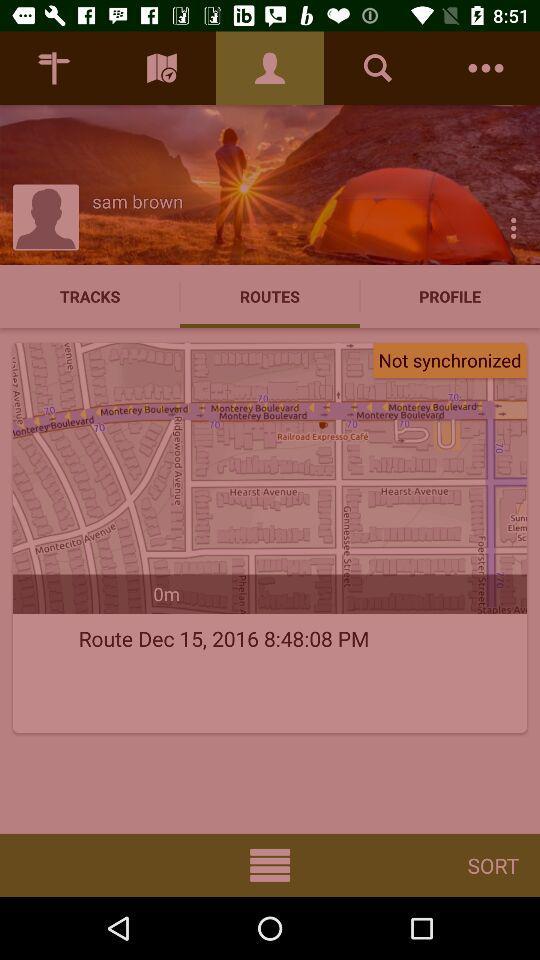  I want to click on the menu icon, so click(270, 864).